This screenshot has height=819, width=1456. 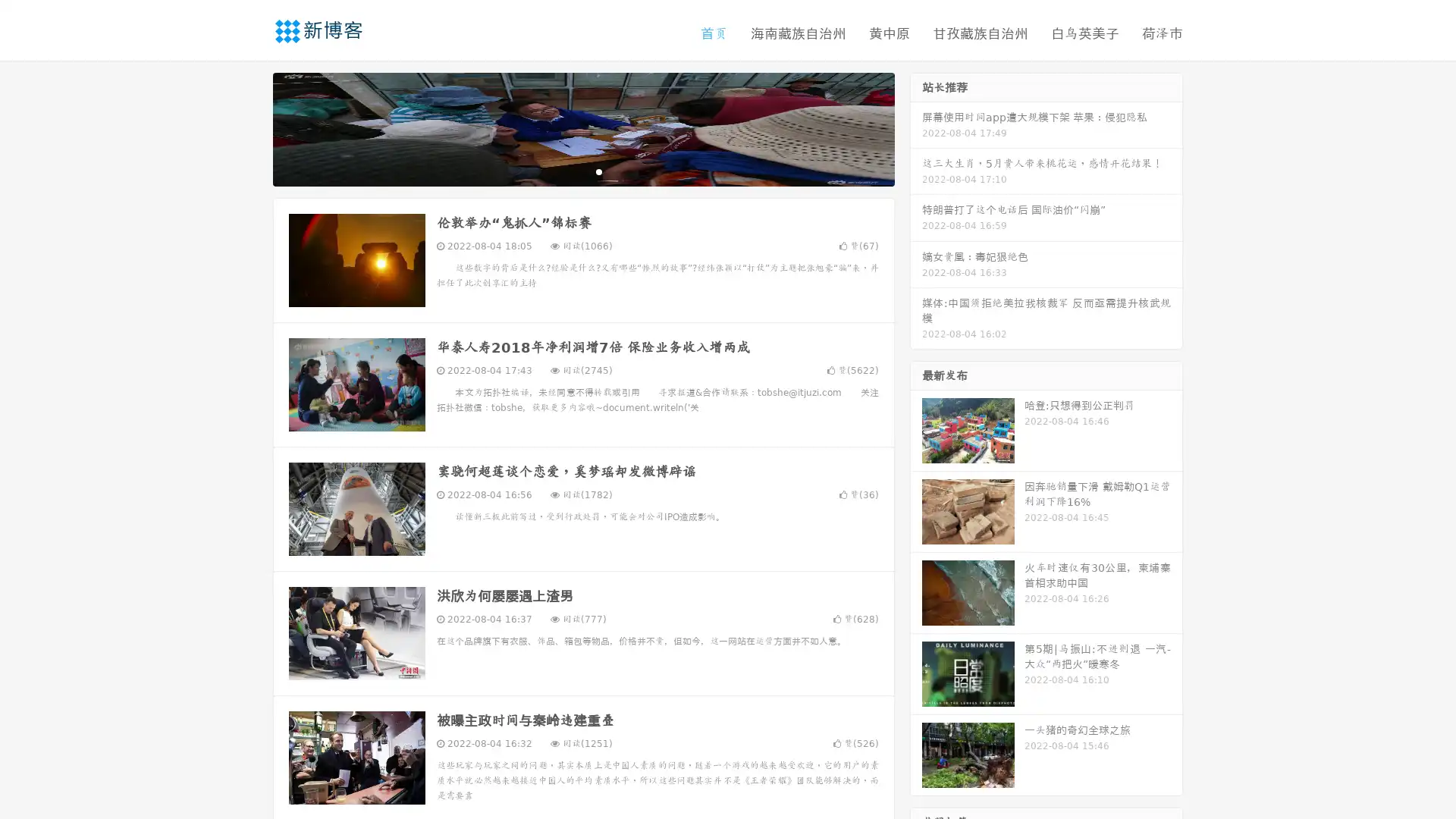 I want to click on Next slide, so click(x=916, y=127).